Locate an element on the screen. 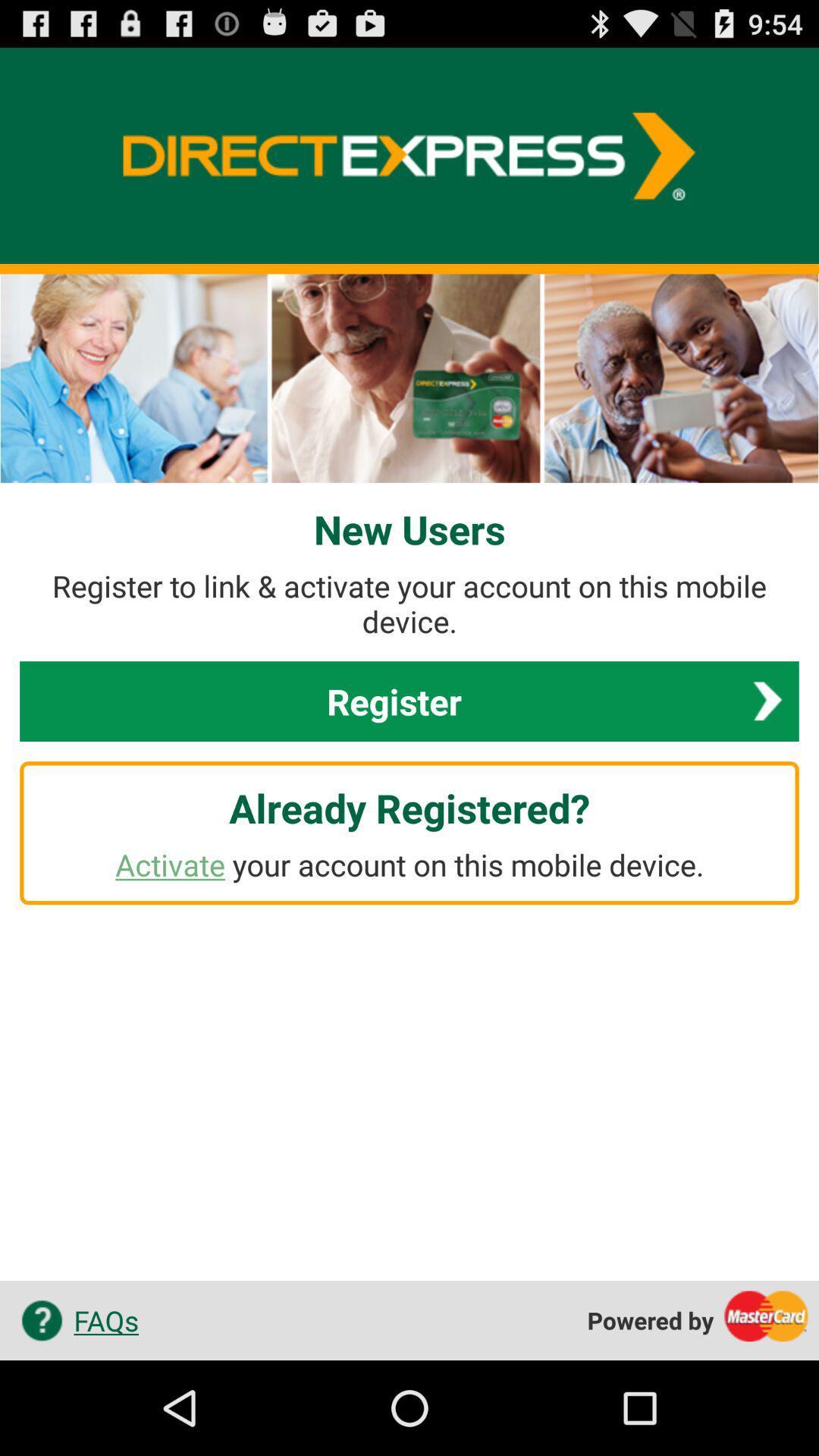 Image resolution: width=819 pixels, height=1456 pixels. the app next to the powered by icon is located at coordinates (74, 1319).